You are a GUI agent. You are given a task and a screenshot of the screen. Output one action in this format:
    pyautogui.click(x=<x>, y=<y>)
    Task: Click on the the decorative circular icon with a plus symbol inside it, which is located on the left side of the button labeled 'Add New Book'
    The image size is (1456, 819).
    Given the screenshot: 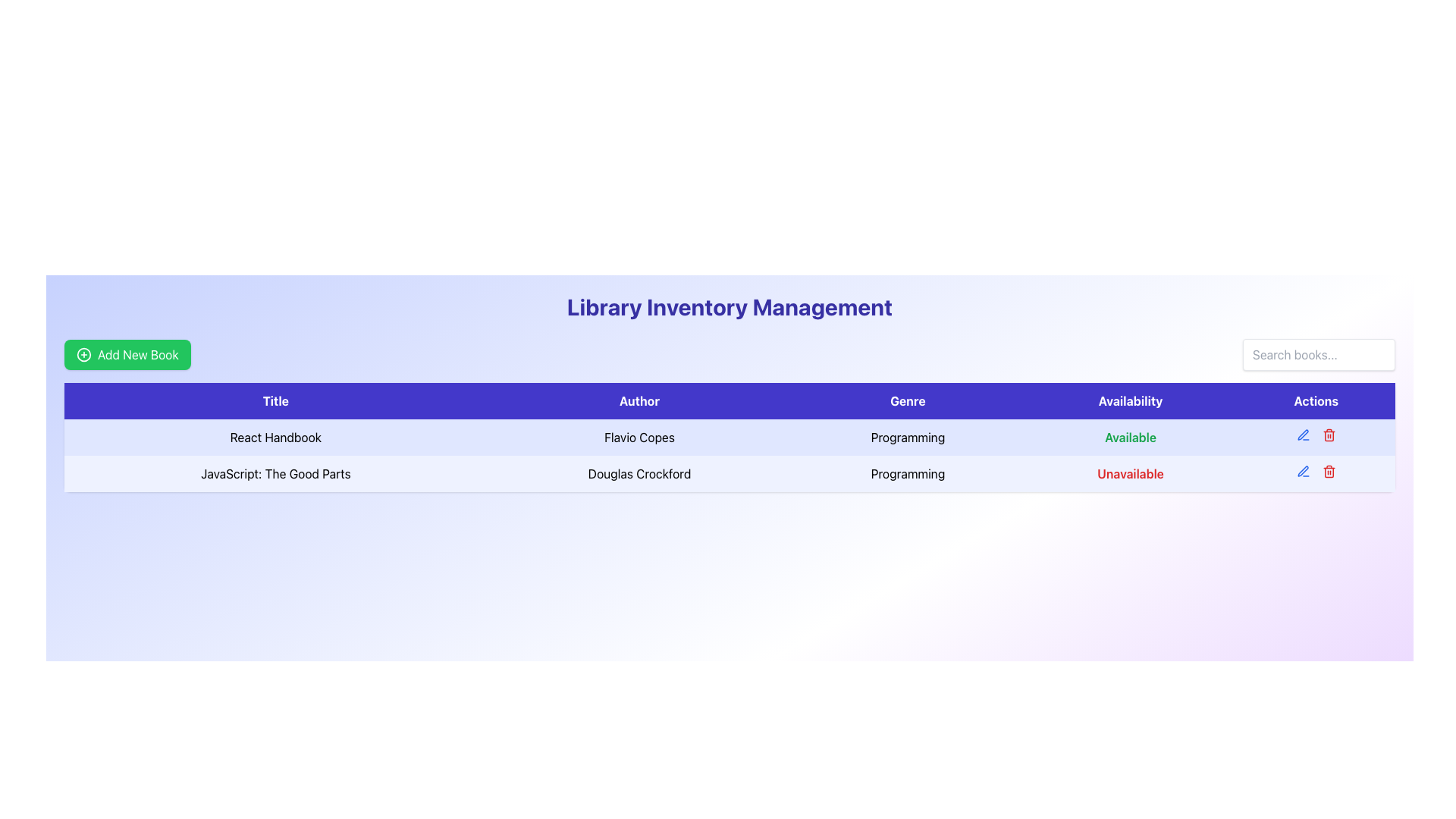 What is the action you would take?
    pyautogui.click(x=83, y=354)
    